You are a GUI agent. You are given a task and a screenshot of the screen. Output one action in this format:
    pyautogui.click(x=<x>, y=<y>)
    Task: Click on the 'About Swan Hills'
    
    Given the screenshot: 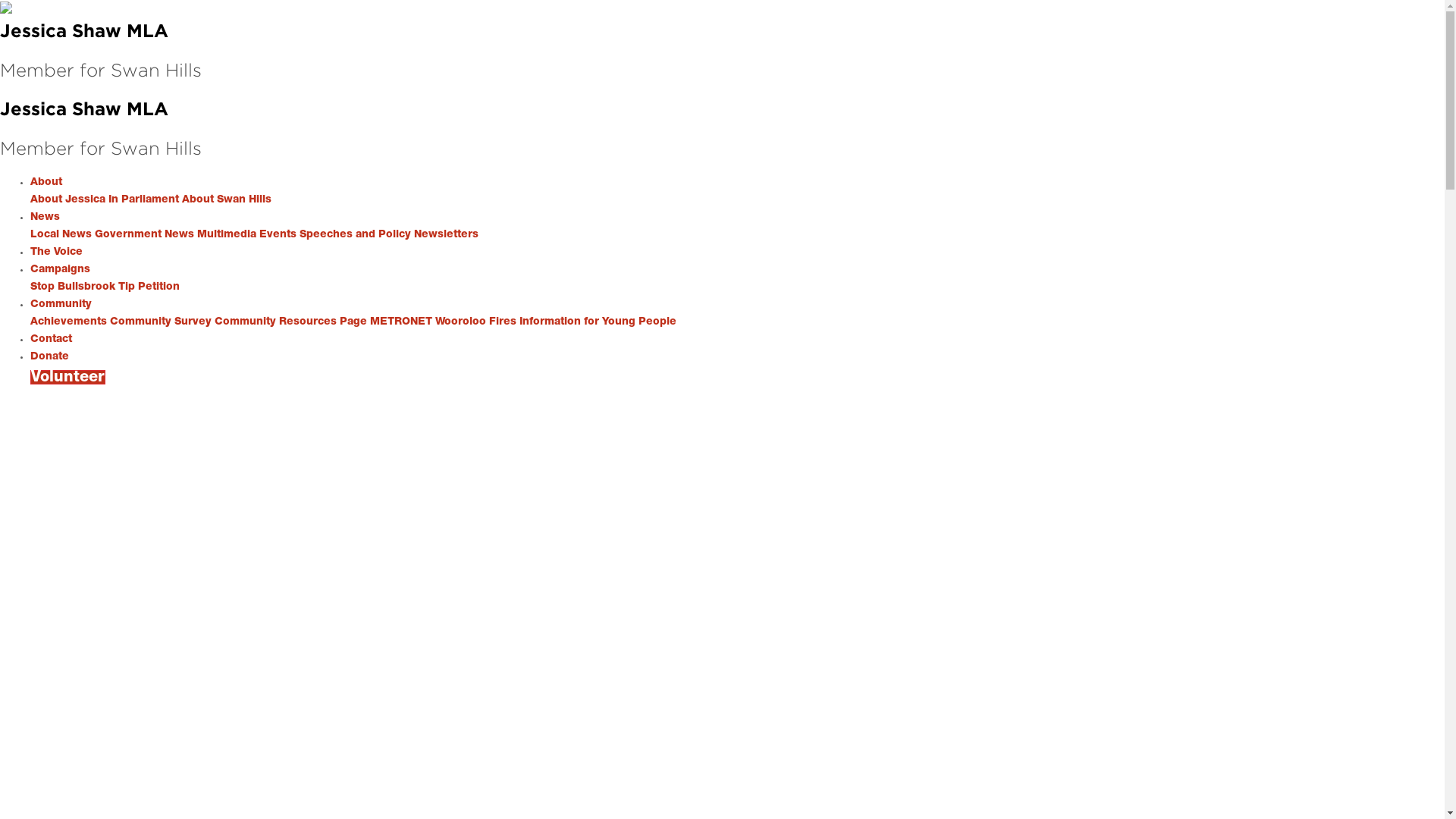 What is the action you would take?
    pyautogui.click(x=225, y=198)
    